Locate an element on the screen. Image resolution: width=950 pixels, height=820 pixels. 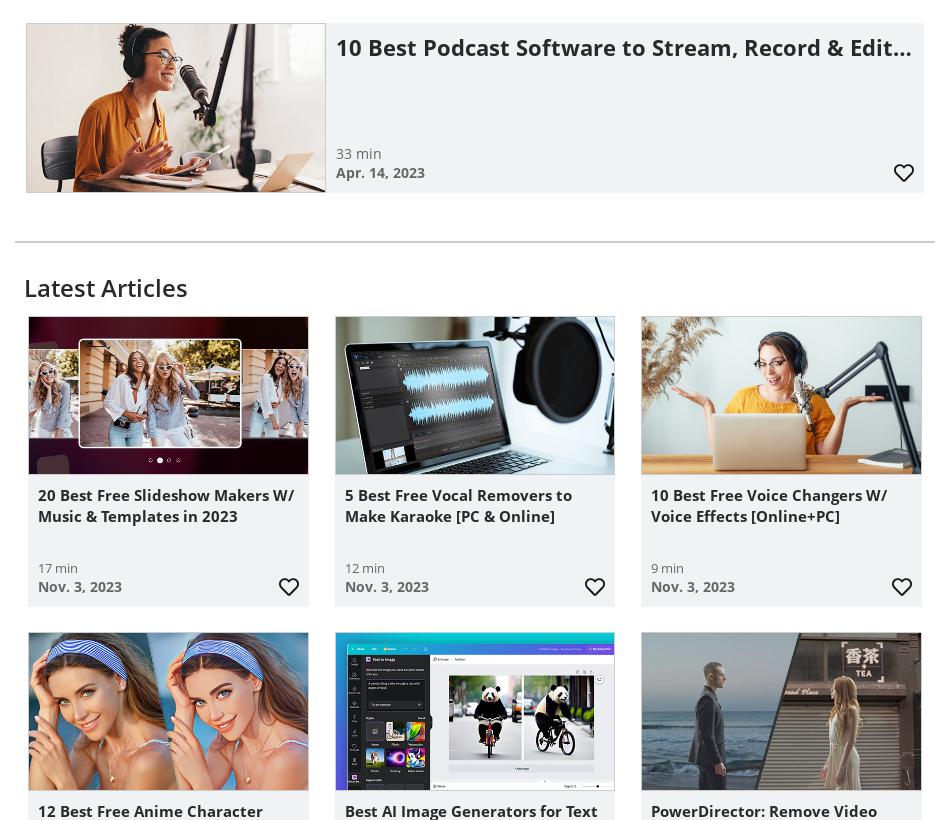
'12 min' is located at coordinates (363, 567).